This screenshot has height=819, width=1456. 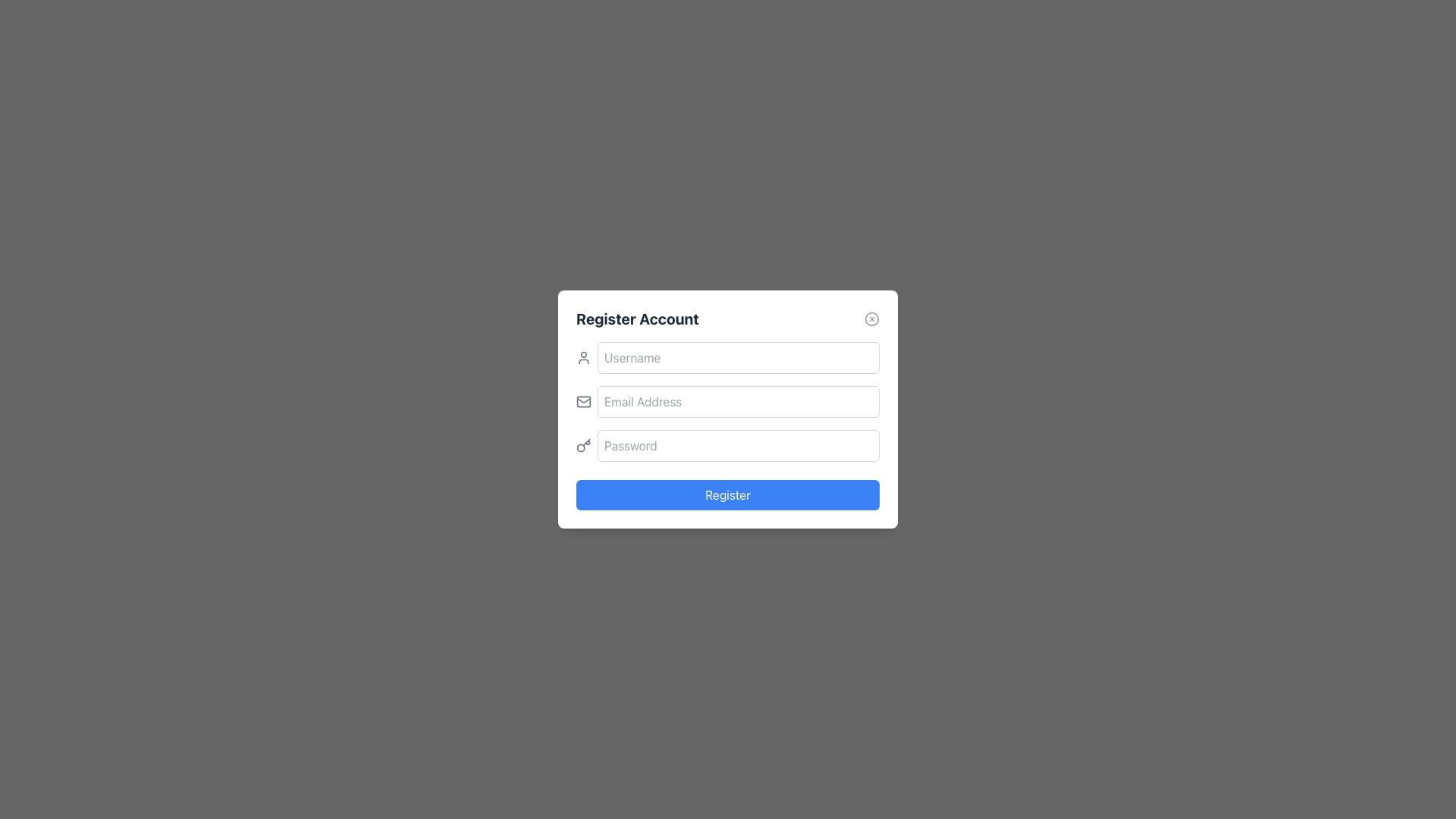 I want to click on the Password Input Field located below the Email Address field in the modal form, so click(x=739, y=444).